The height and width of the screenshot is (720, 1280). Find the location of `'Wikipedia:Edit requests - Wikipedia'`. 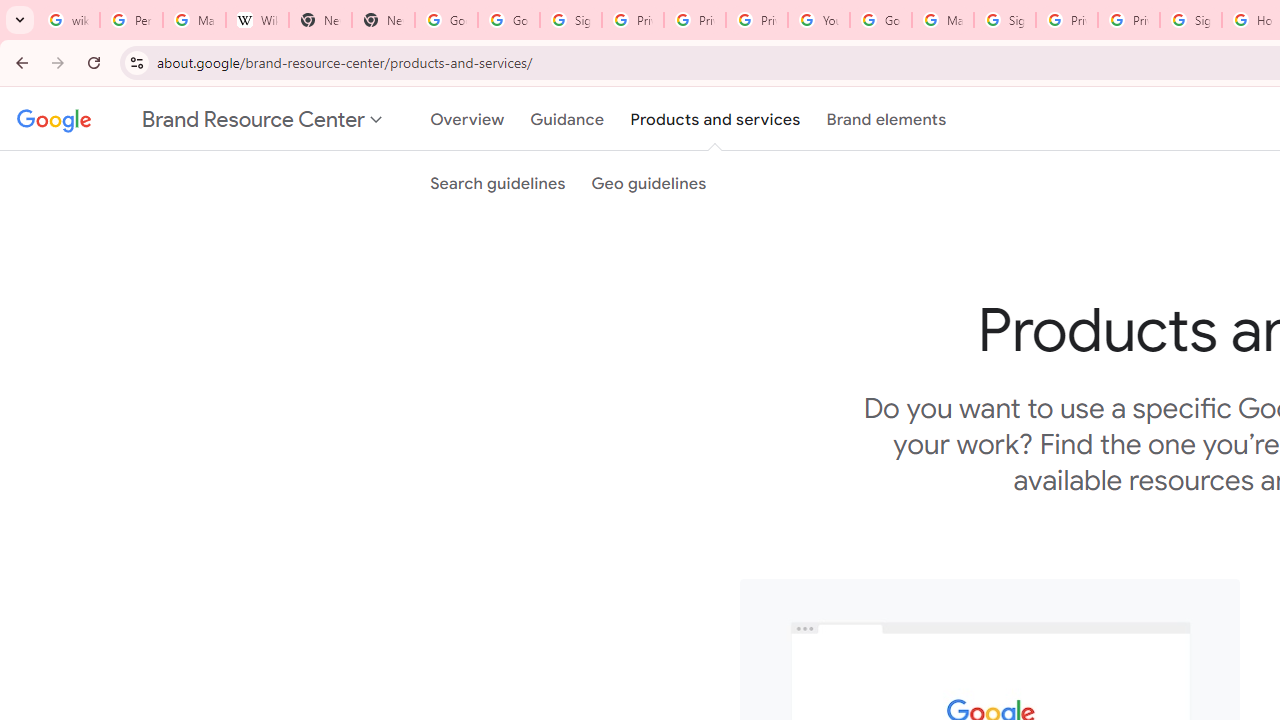

'Wikipedia:Edit requests - Wikipedia' is located at coordinates (256, 20).